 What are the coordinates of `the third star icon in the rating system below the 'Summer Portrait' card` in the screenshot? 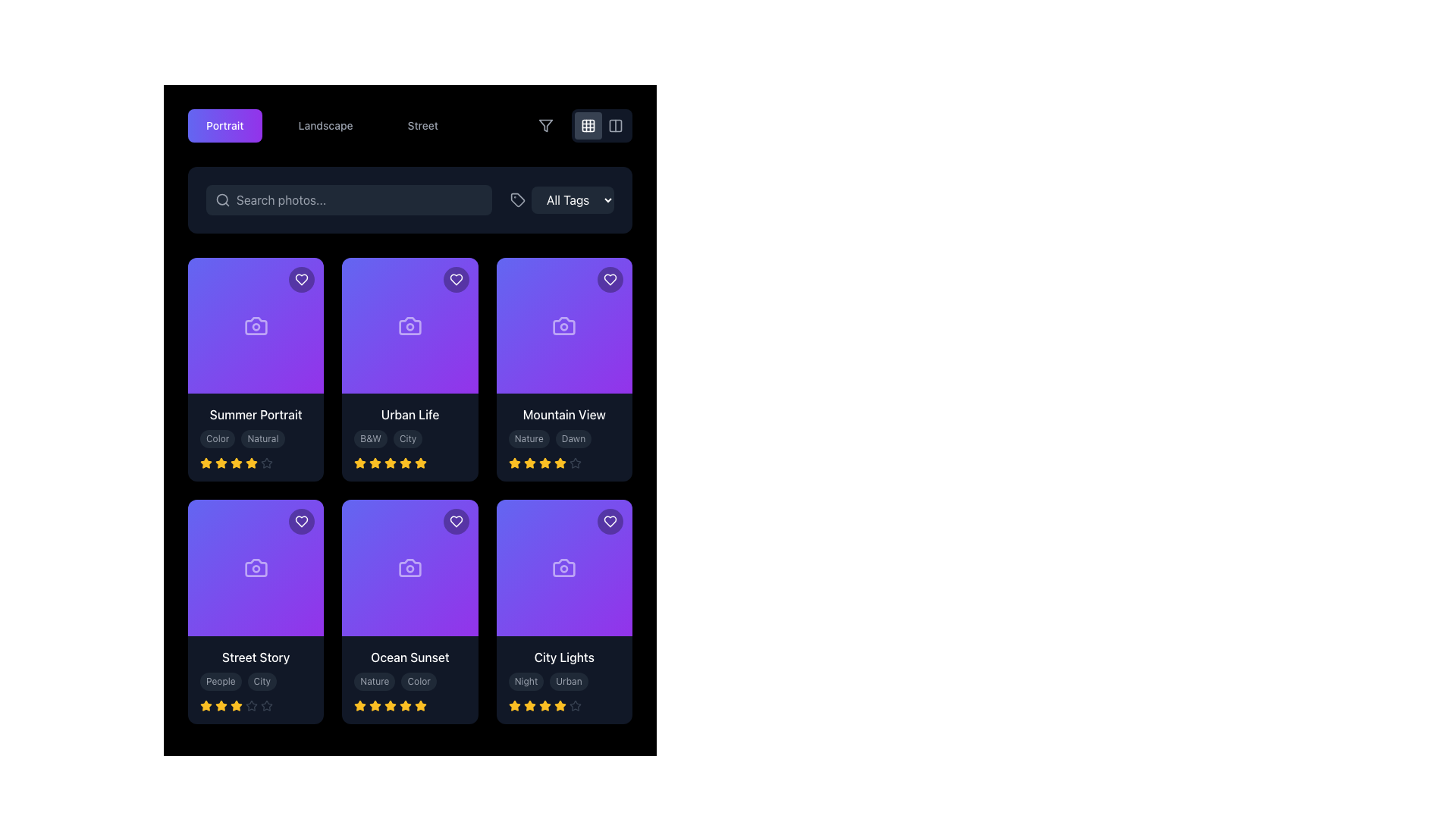 It's located at (221, 462).